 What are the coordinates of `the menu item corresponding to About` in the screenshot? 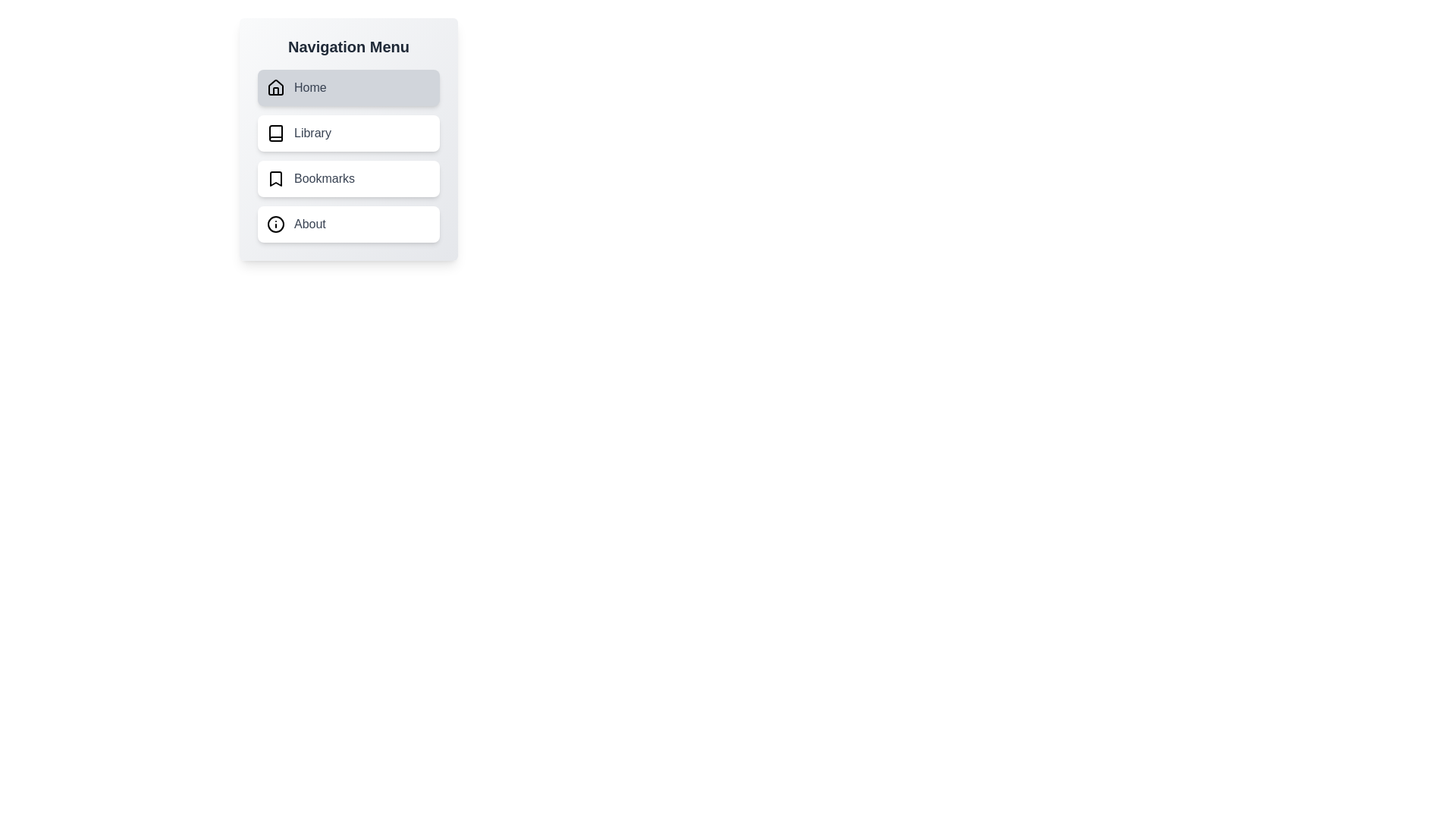 It's located at (348, 224).